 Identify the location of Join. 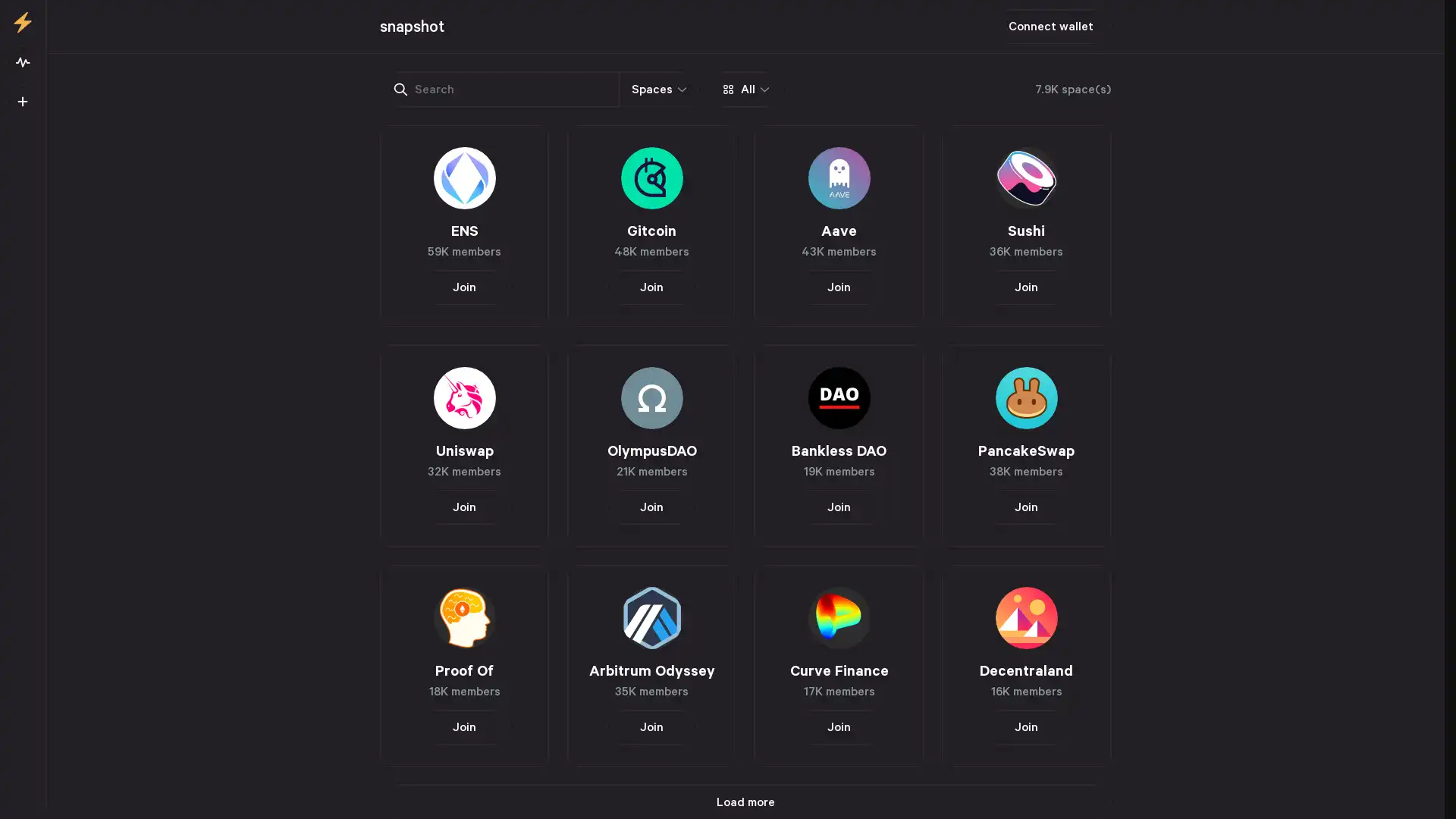
(651, 726).